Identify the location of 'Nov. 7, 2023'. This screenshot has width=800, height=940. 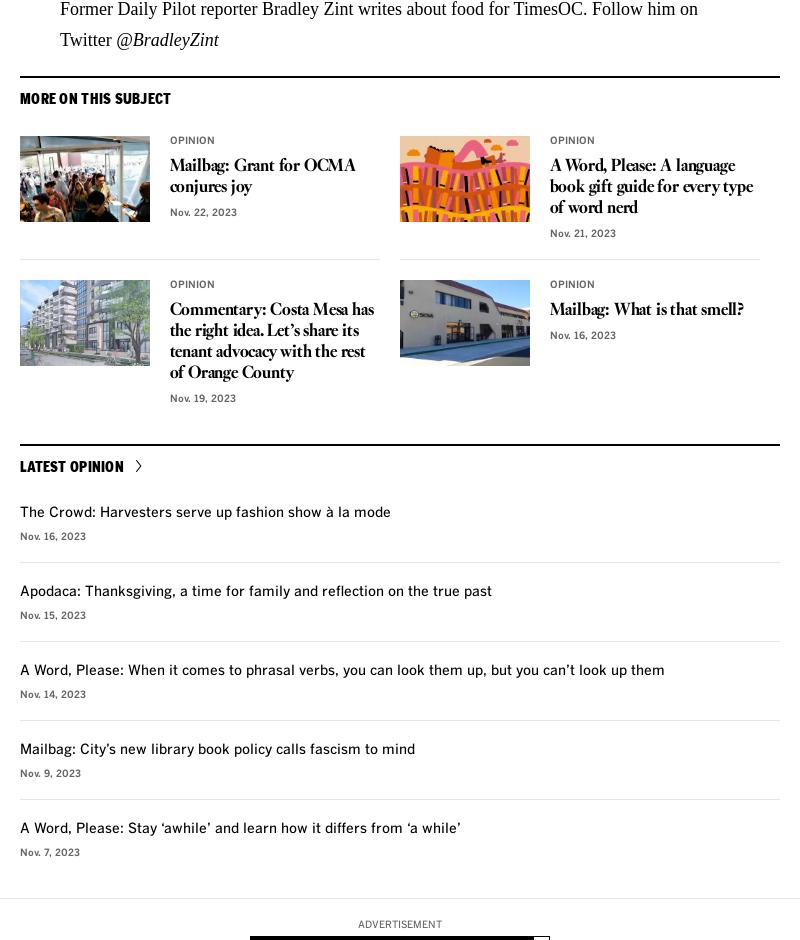
(49, 851).